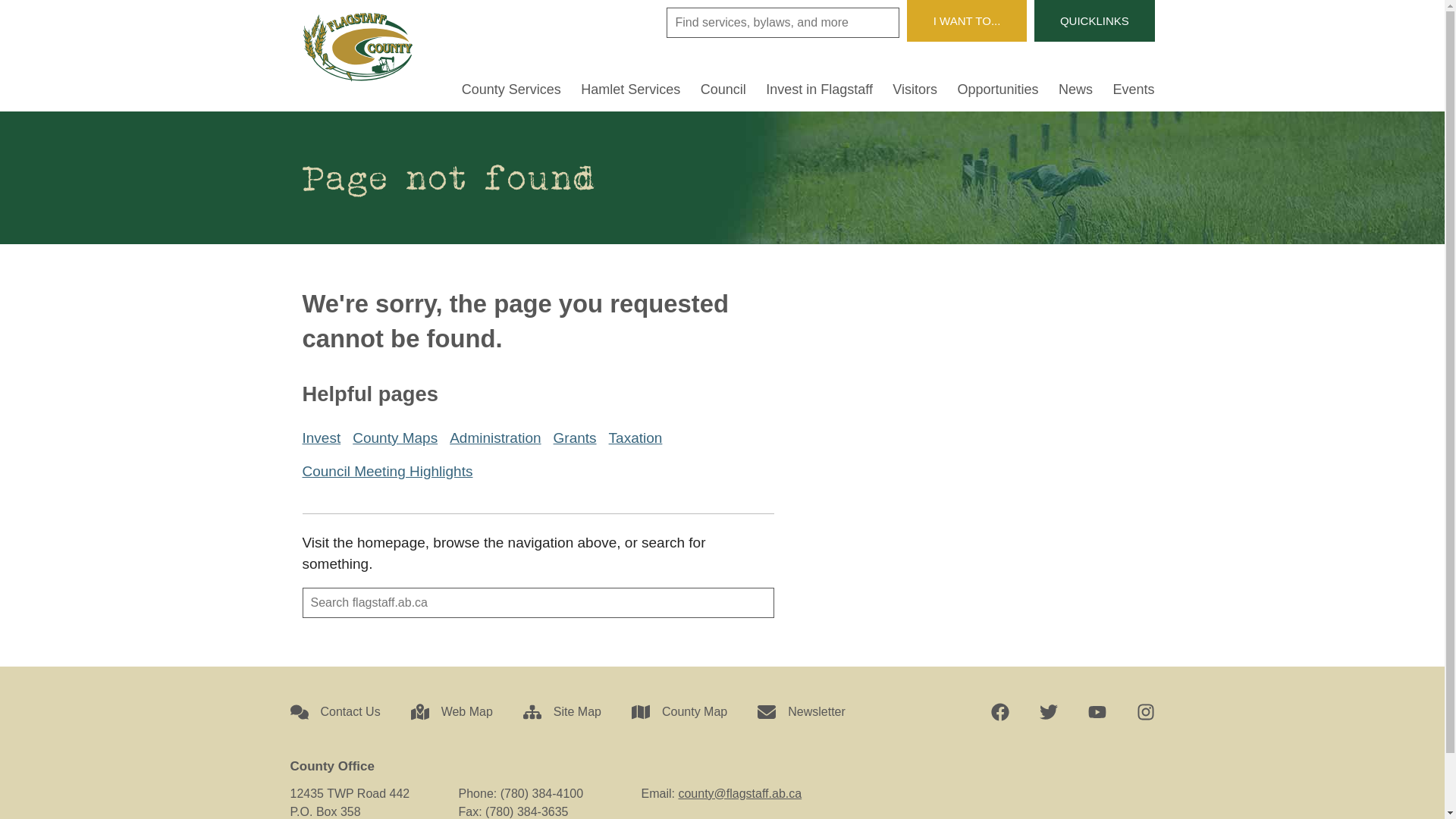 This screenshot has width=1456, height=819. I want to click on 'Council Meeting Highlights', so click(387, 470).